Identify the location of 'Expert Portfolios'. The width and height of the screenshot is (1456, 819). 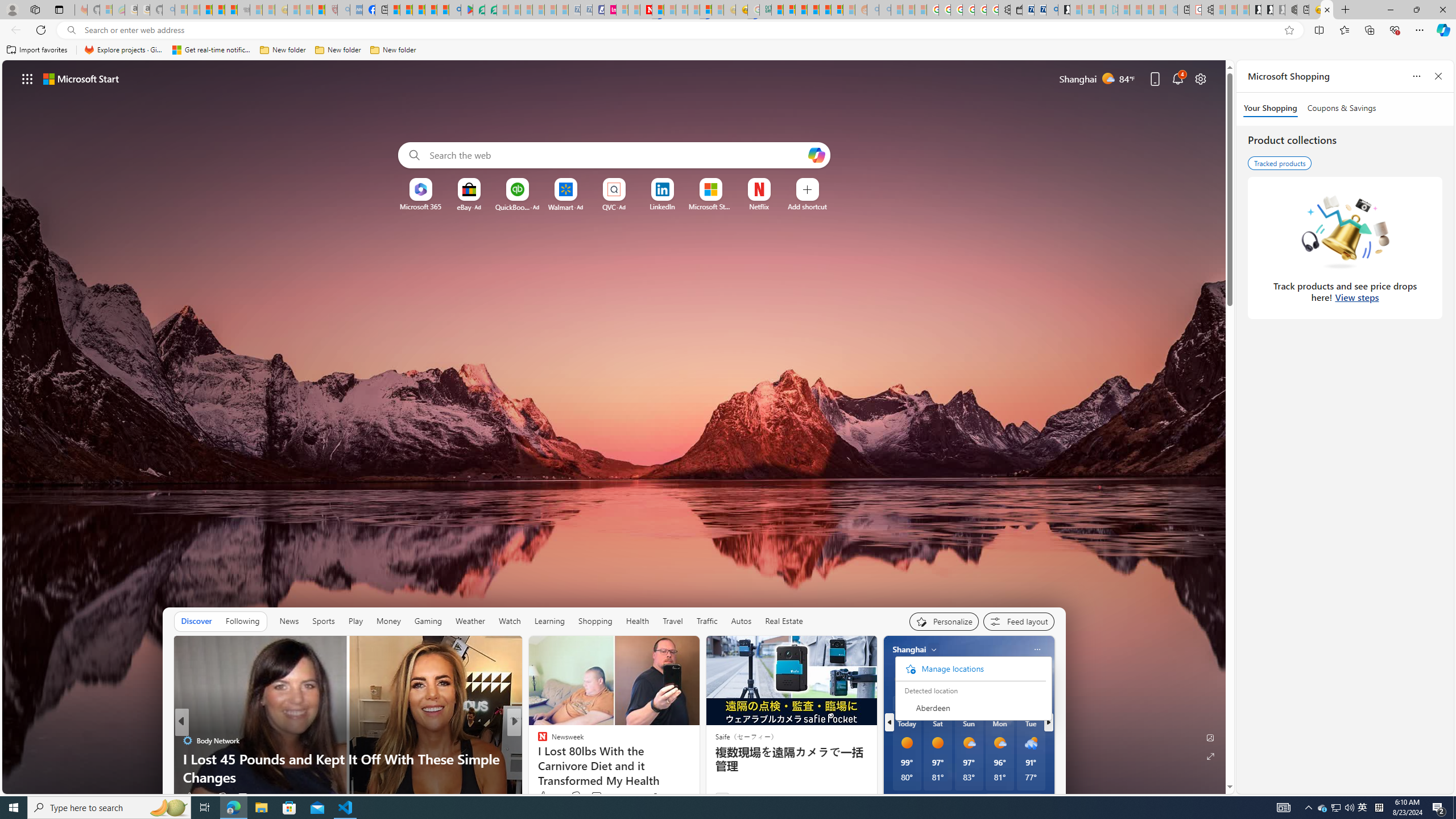
(812, 9).